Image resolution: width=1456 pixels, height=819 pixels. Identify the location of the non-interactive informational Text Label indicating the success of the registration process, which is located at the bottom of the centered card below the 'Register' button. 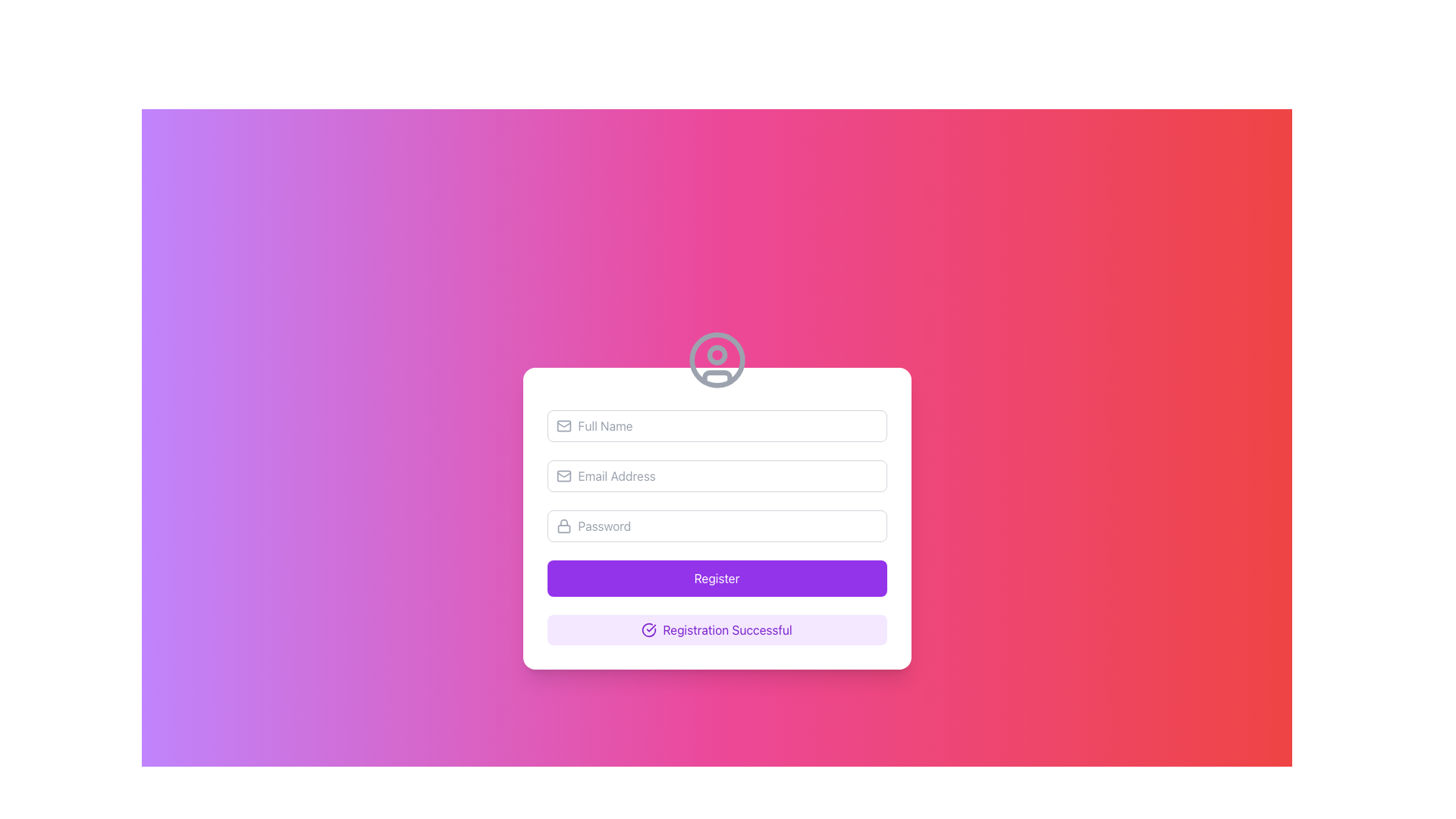
(716, 629).